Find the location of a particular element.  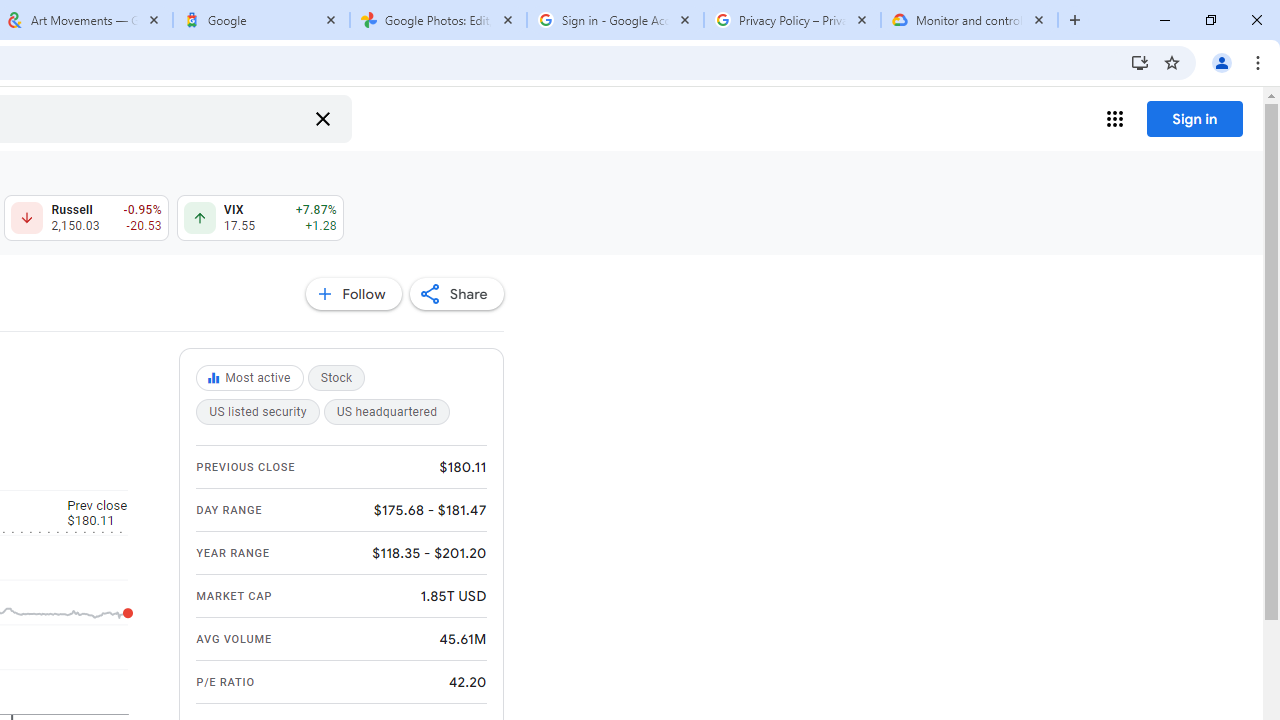

'Clear search' is located at coordinates (322, 118).